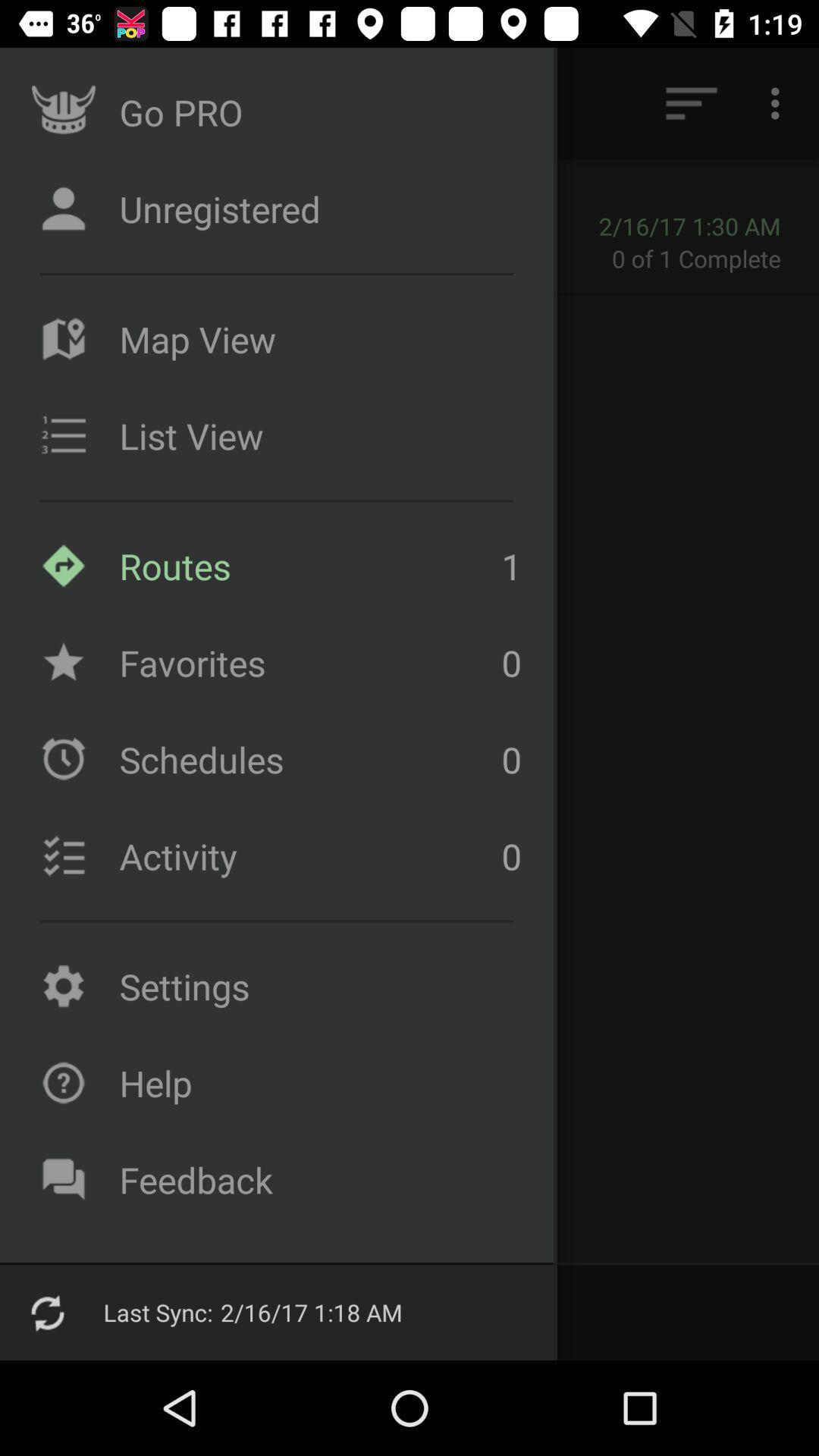 This screenshot has width=819, height=1456. What do you see at coordinates (306, 663) in the screenshot?
I see `the icon next to 1` at bounding box center [306, 663].